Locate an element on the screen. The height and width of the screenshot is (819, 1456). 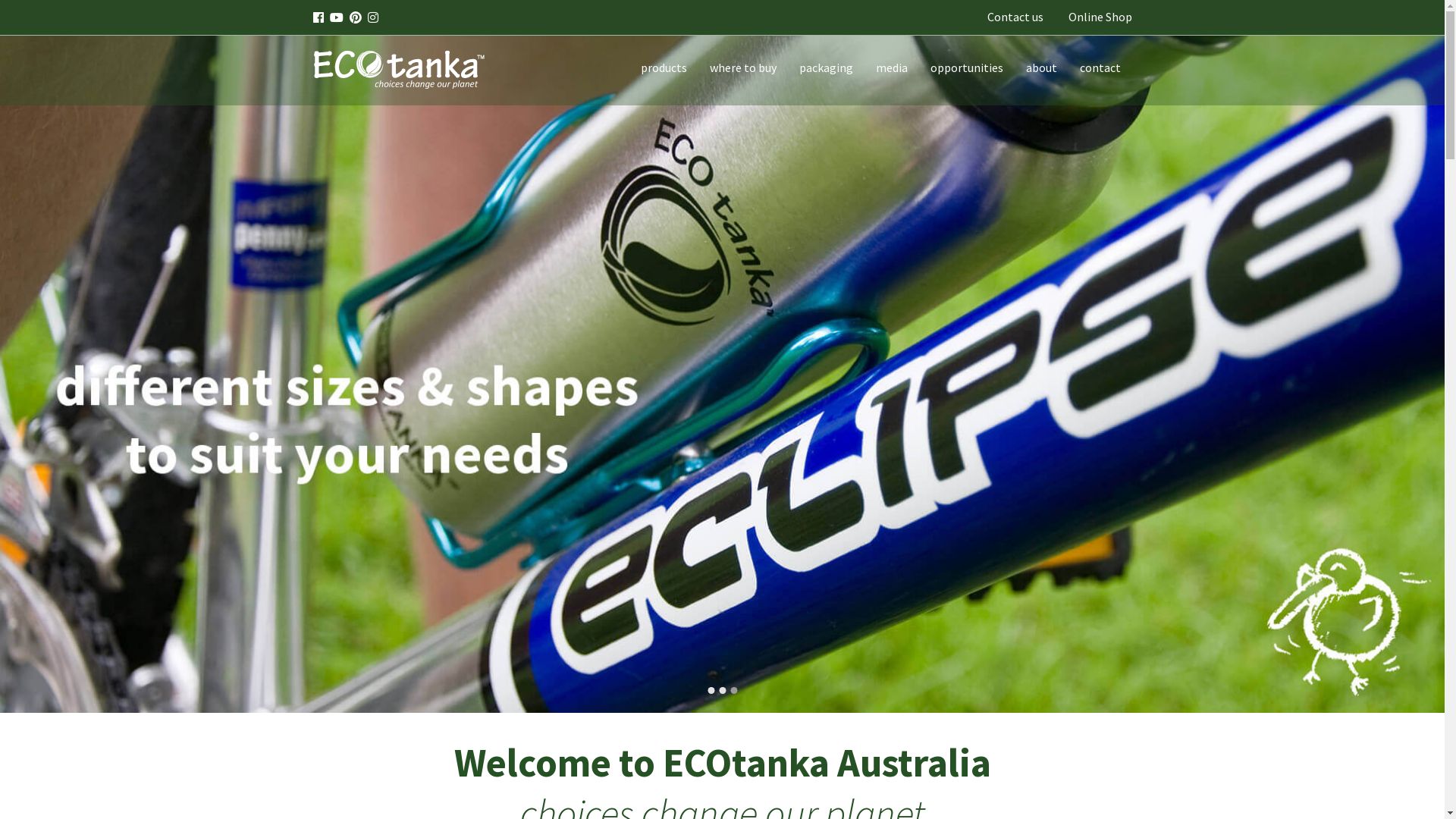
'instagram' is located at coordinates (367, 17).